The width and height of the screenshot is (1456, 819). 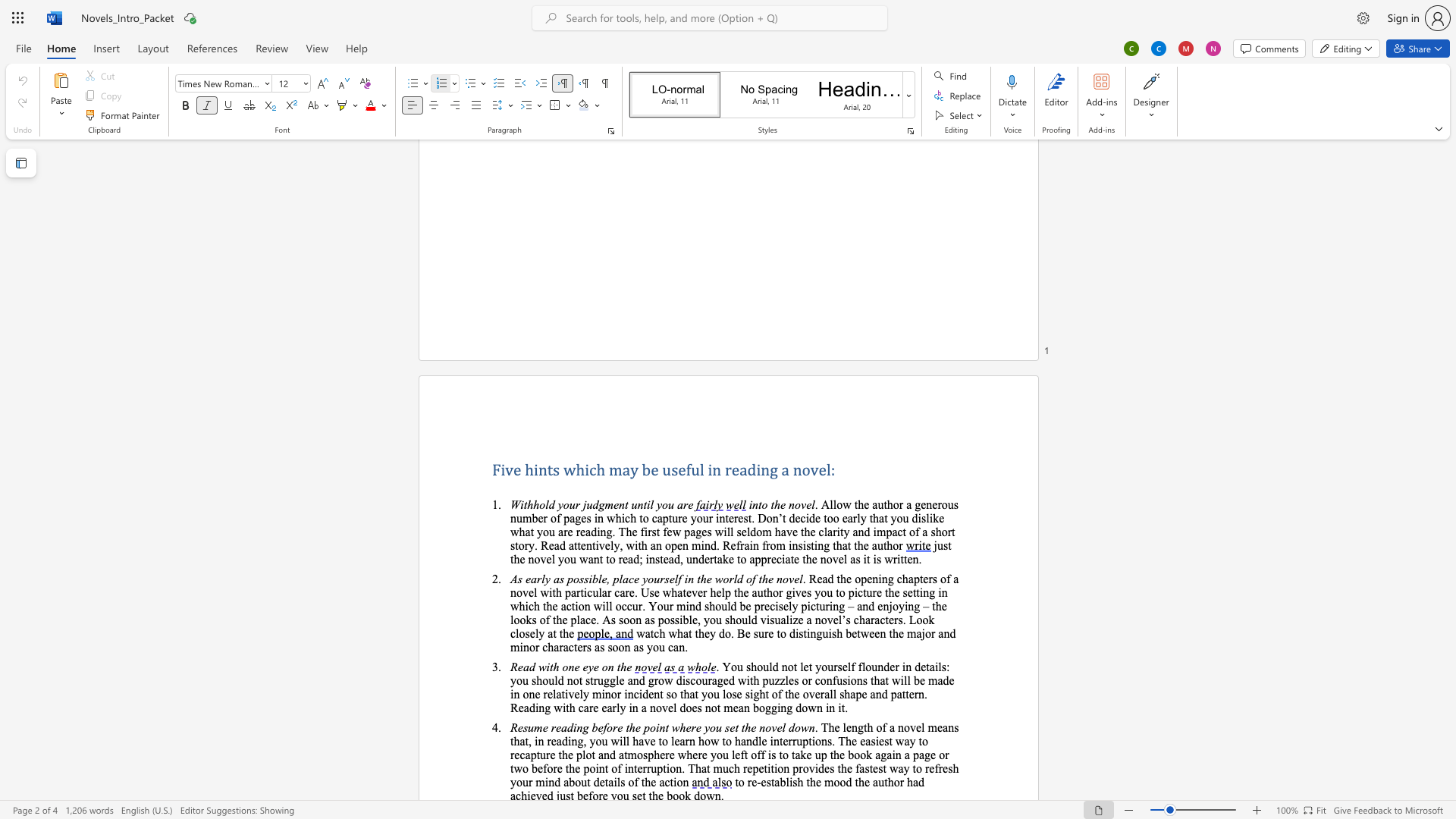 What do you see at coordinates (589, 579) in the screenshot?
I see `the 1th character "i" in the text` at bounding box center [589, 579].